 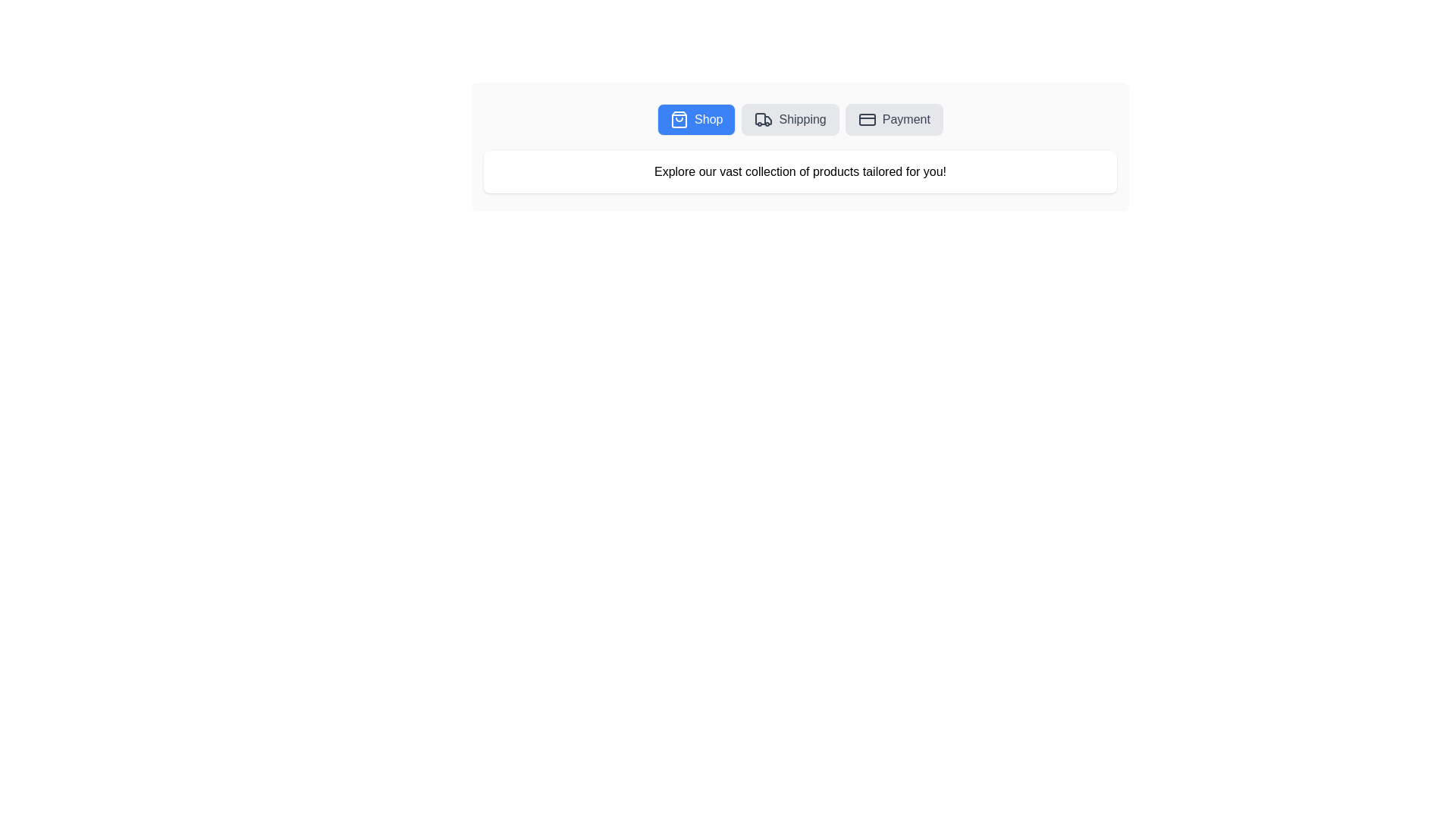 What do you see at coordinates (906, 119) in the screenshot?
I see `the larger button containing the text label 'Payment', which is part of the third button in the horizontal navigation bar` at bounding box center [906, 119].